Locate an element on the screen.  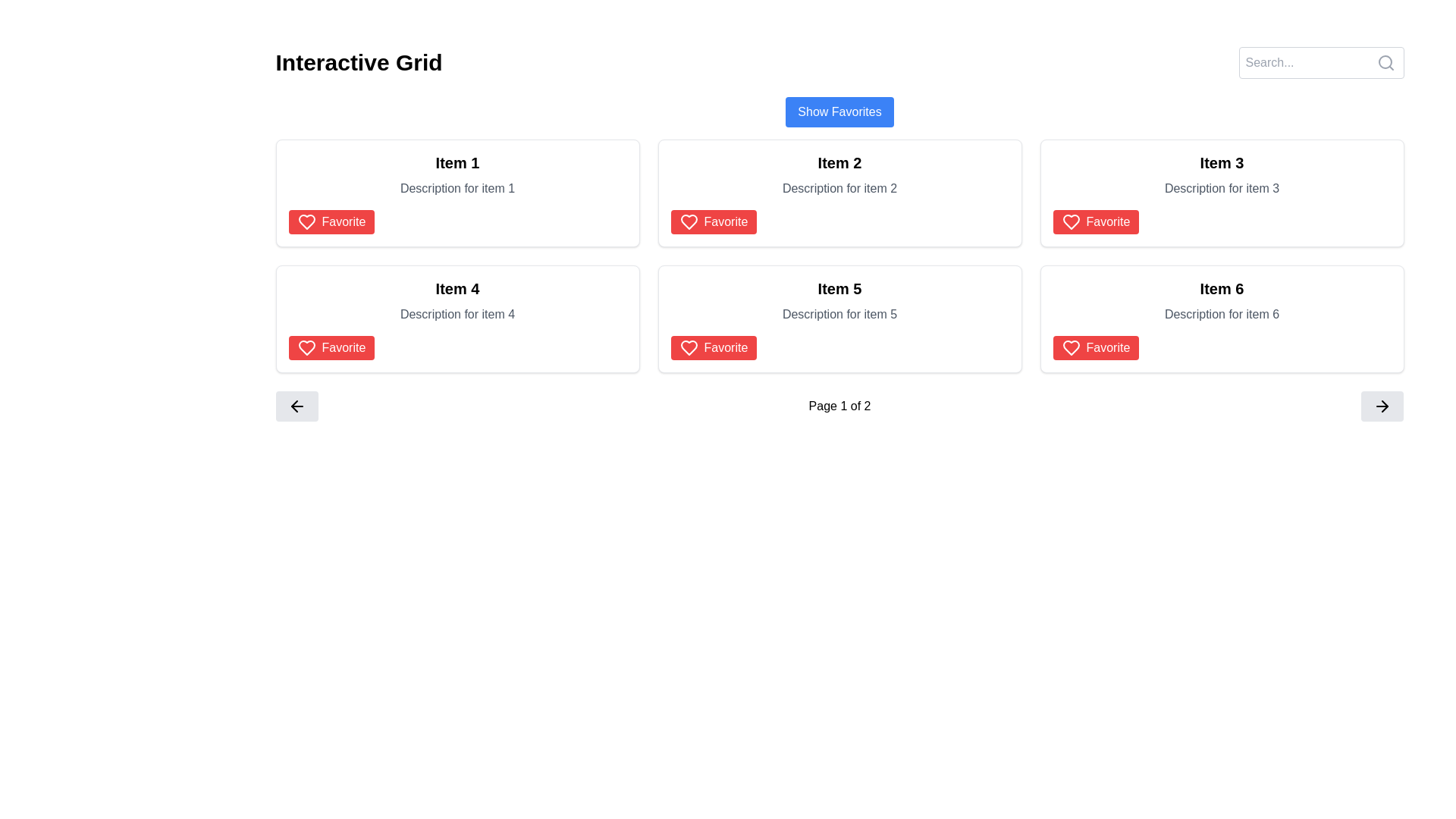
the favorite button for Item 6, located in the lower section of the card is located at coordinates (1096, 348).